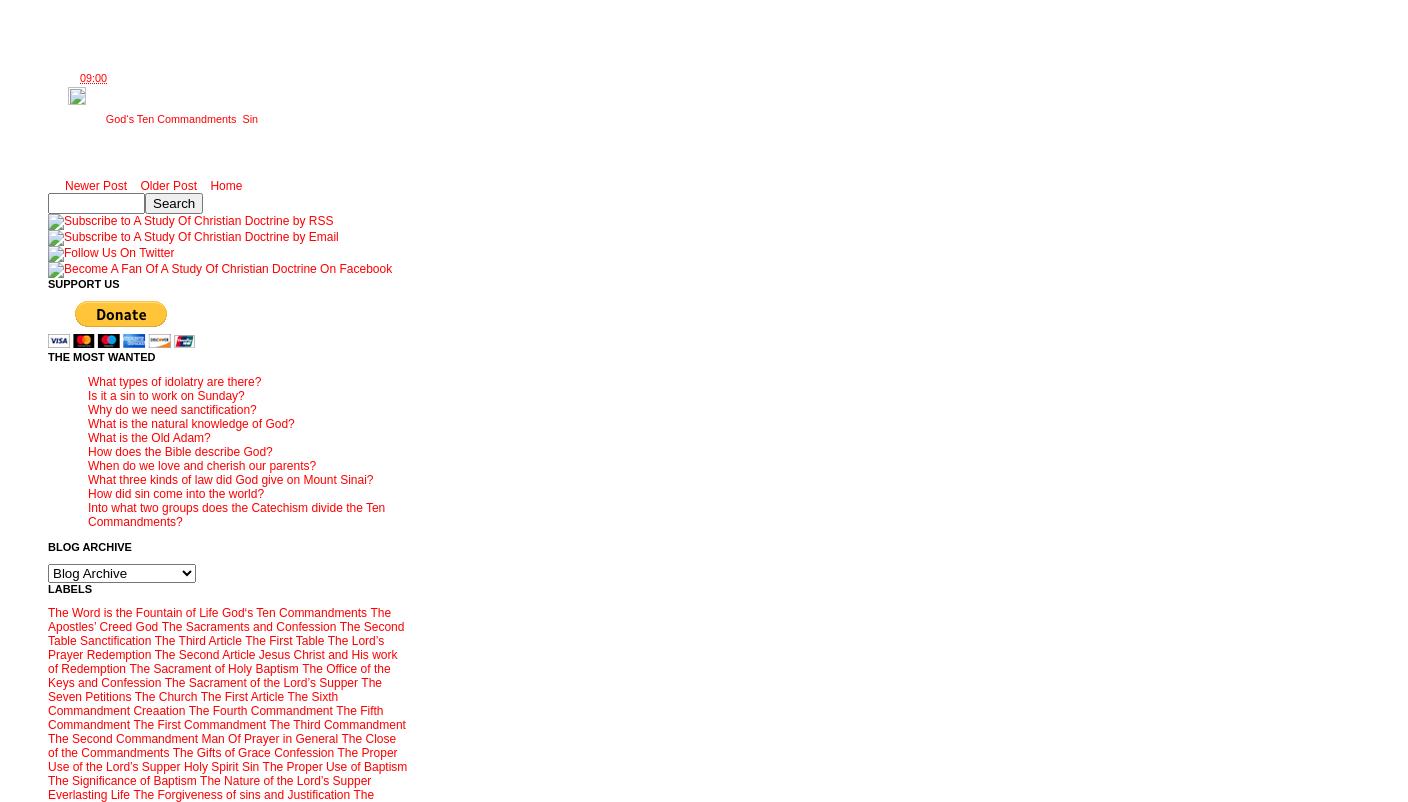 This screenshot has height=802, width=1408. Describe the element at coordinates (67, 117) in the screenshot. I see `'Labels:'` at that location.